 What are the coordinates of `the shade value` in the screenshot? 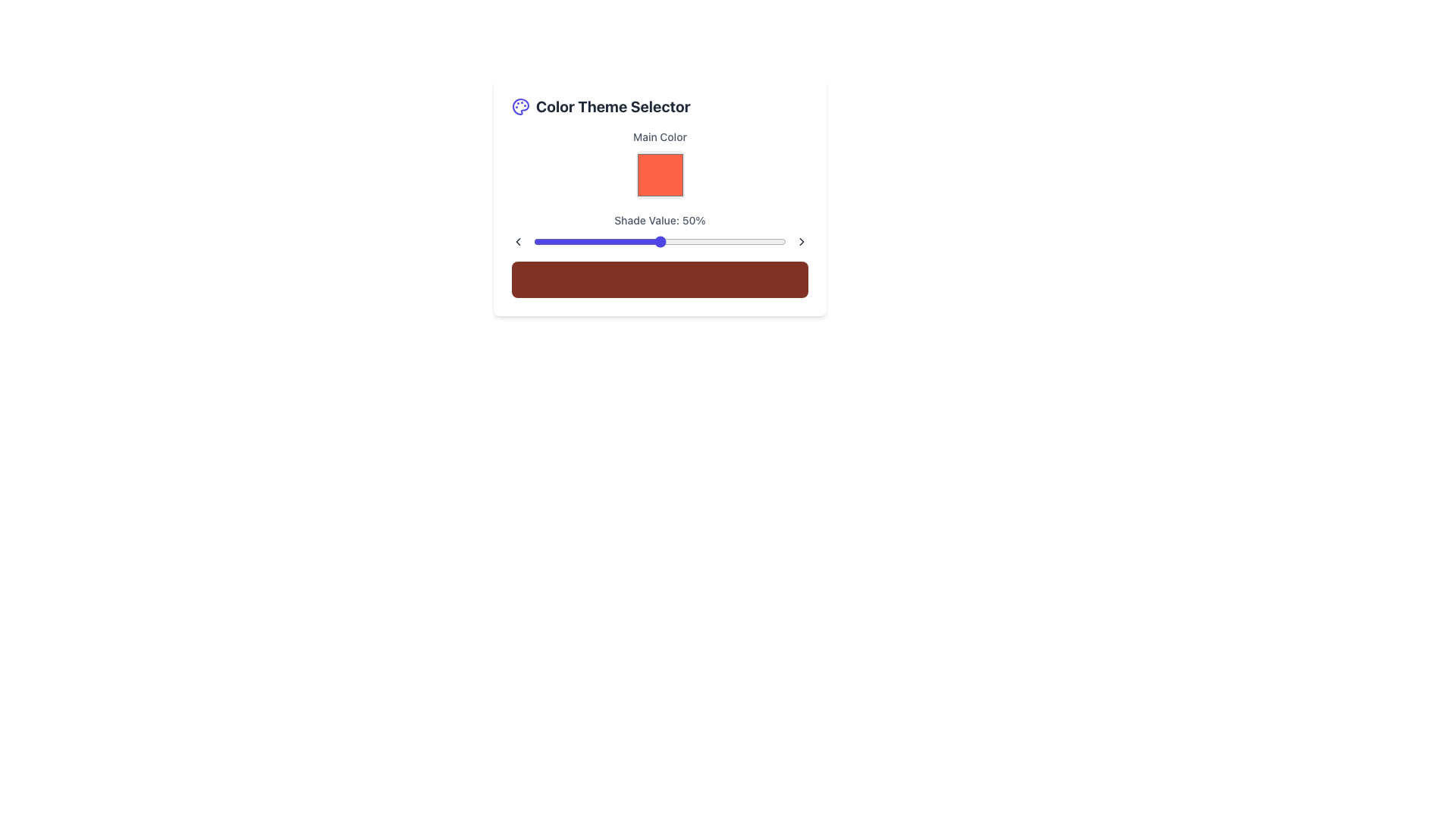 It's located at (697, 241).